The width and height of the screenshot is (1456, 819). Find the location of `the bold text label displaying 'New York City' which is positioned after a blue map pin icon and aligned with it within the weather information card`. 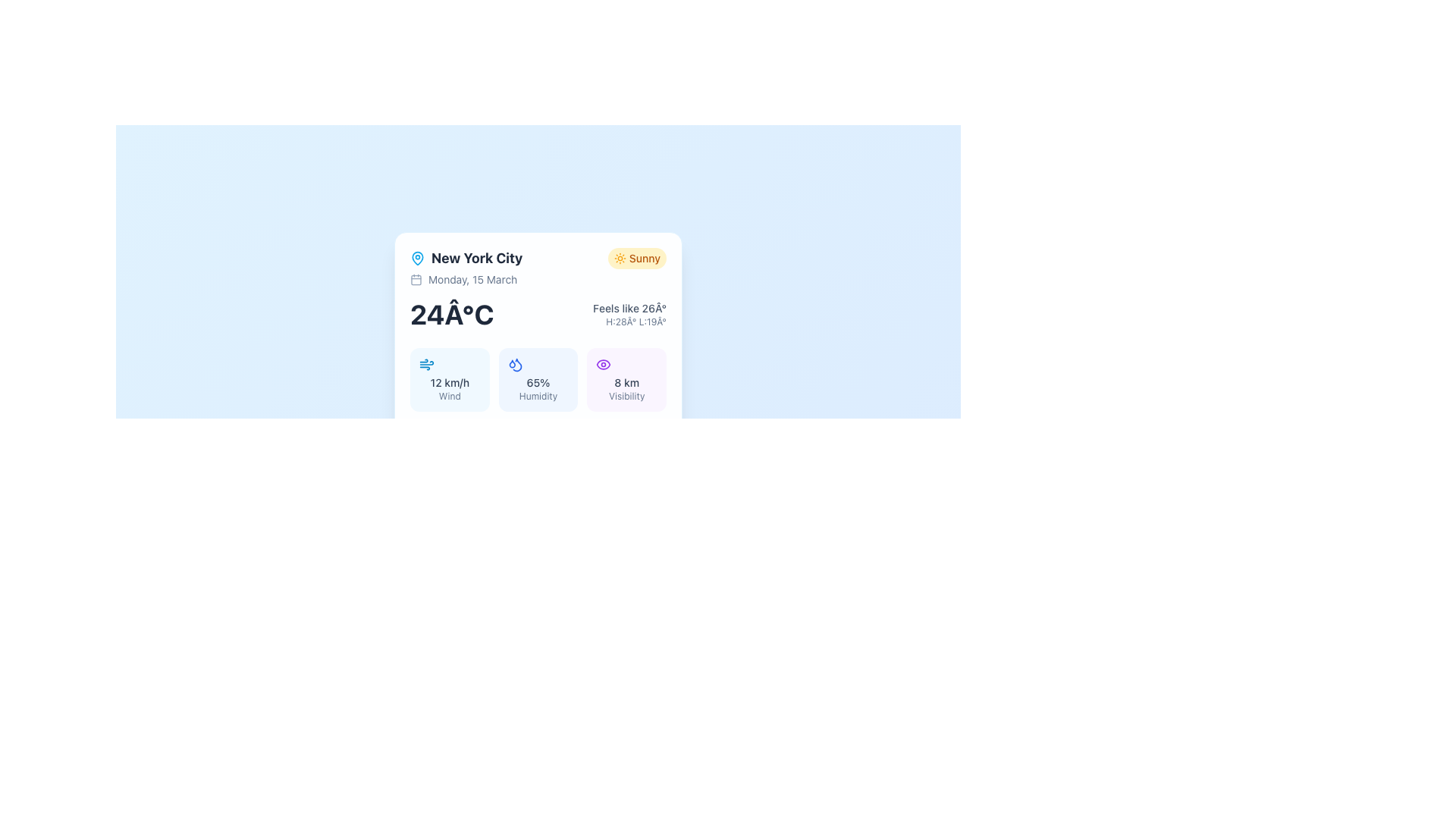

the bold text label displaying 'New York City' which is positioned after a blue map pin icon and aligned with it within the weather information card is located at coordinates (476, 257).